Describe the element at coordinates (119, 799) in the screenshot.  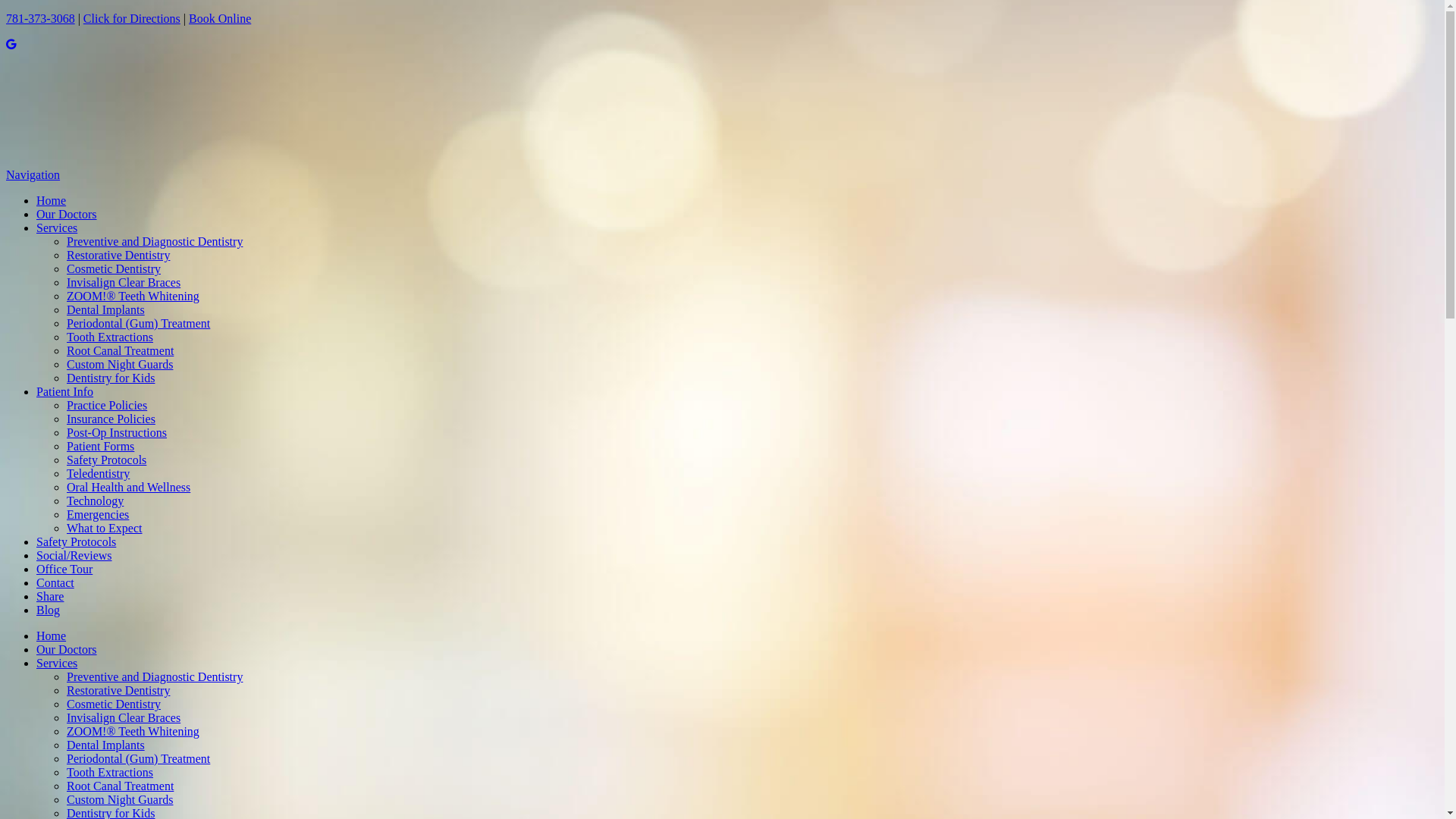
I see `'Custom Night Guards'` at that location.